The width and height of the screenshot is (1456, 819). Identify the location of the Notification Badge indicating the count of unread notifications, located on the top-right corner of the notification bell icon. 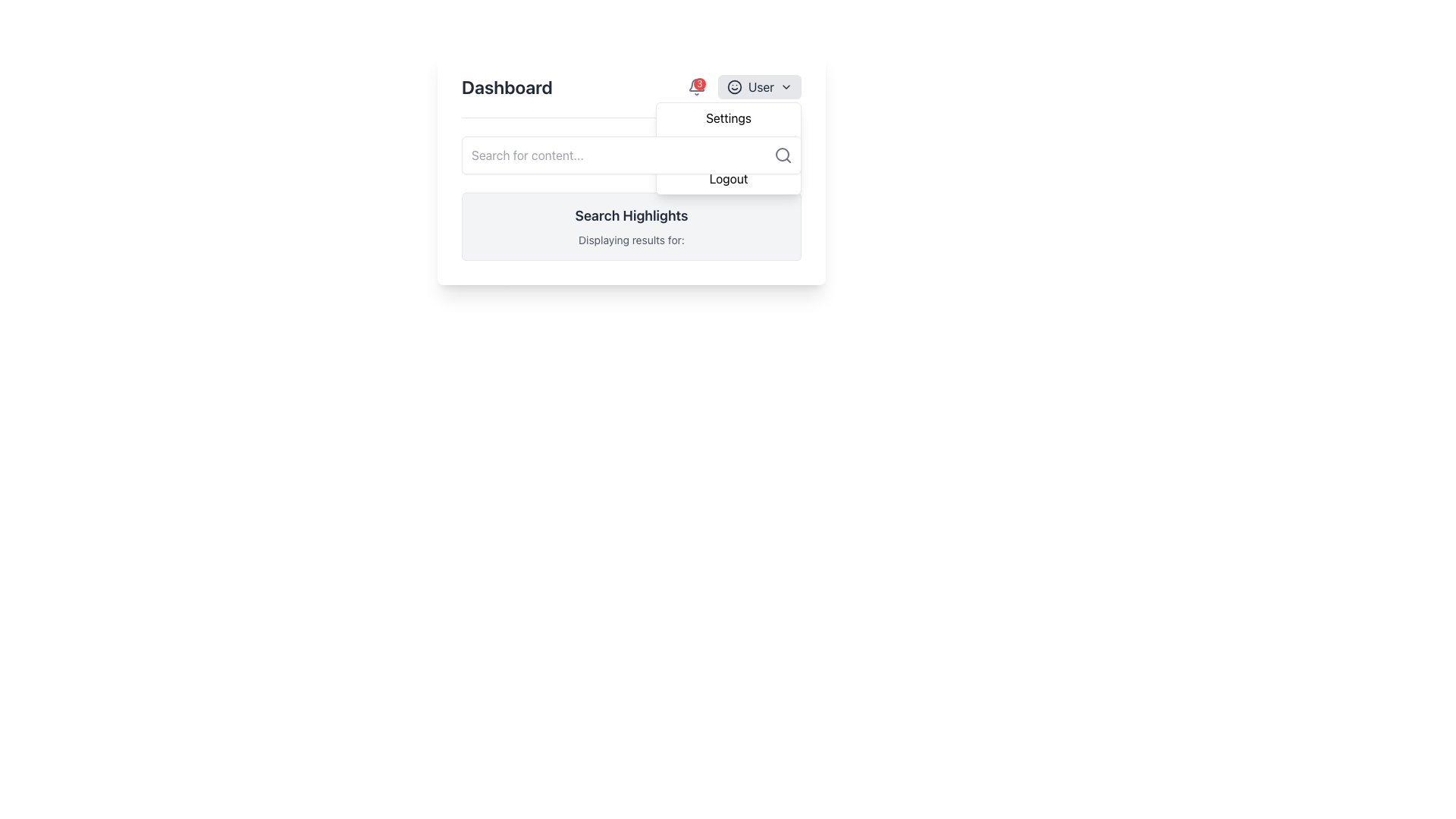
(698, 84).